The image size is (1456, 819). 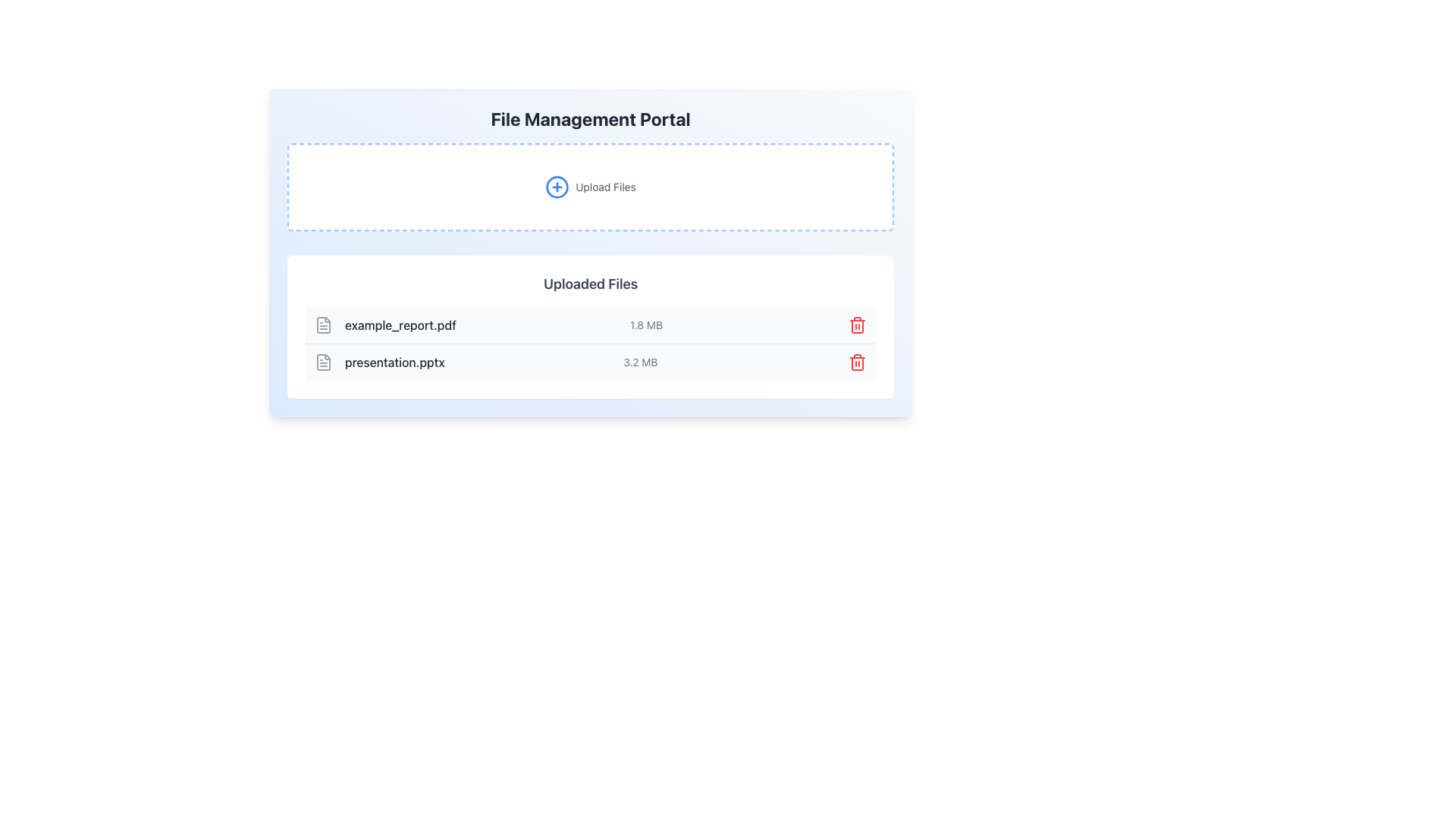 What do you see at coordinates (604, 186) in the screenshot?
I see `the 'Upload Files' text label, which is styled with a small gray font and located next to a blue plus icon in a dashed-bordered upload area` at bounding box center [604, 186].